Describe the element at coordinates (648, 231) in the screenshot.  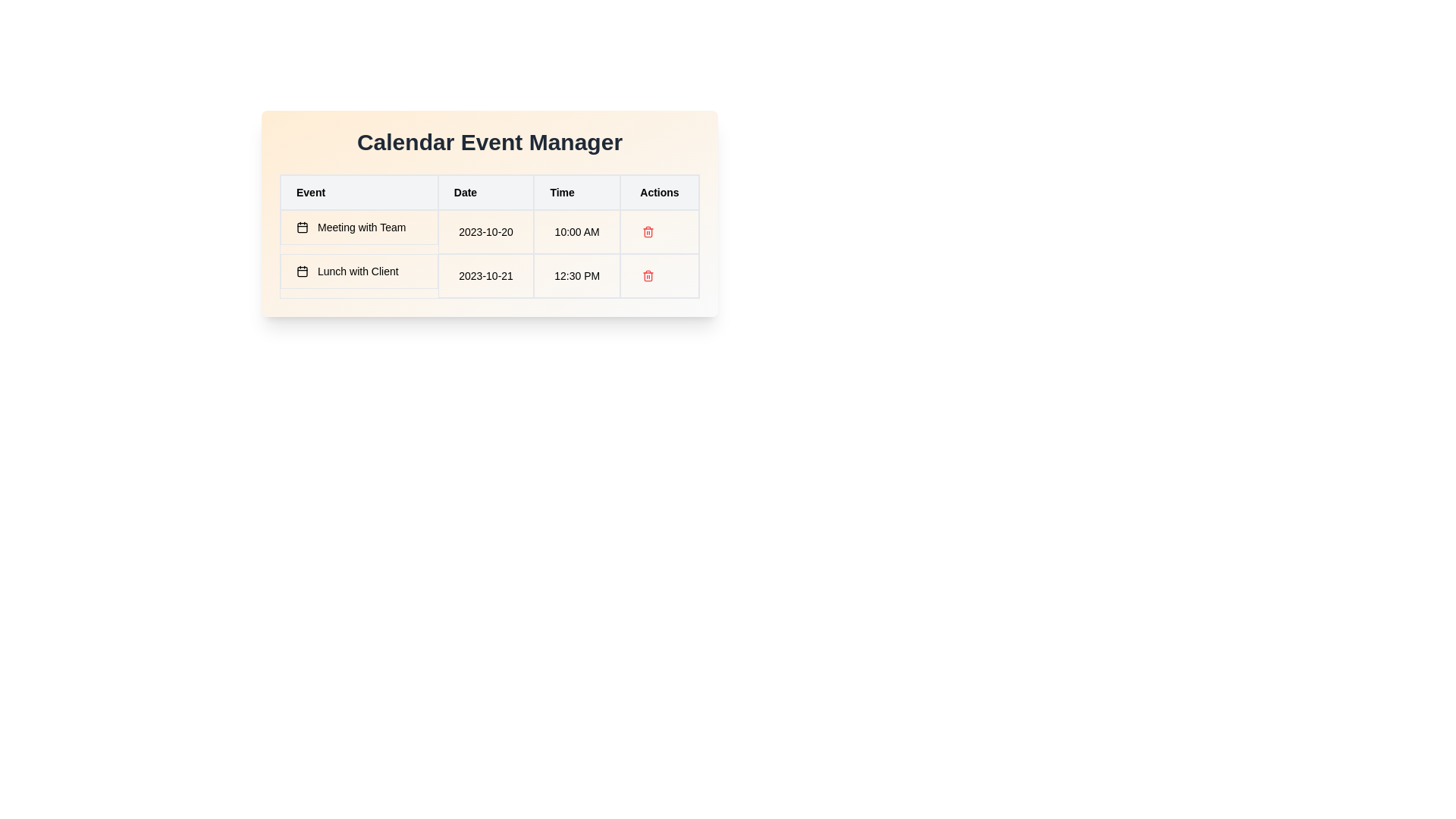
I see `the delete button located in the 'Actions' column of the first row in the table, which is associated with the event titled 'Meeting with Team'` at that location.